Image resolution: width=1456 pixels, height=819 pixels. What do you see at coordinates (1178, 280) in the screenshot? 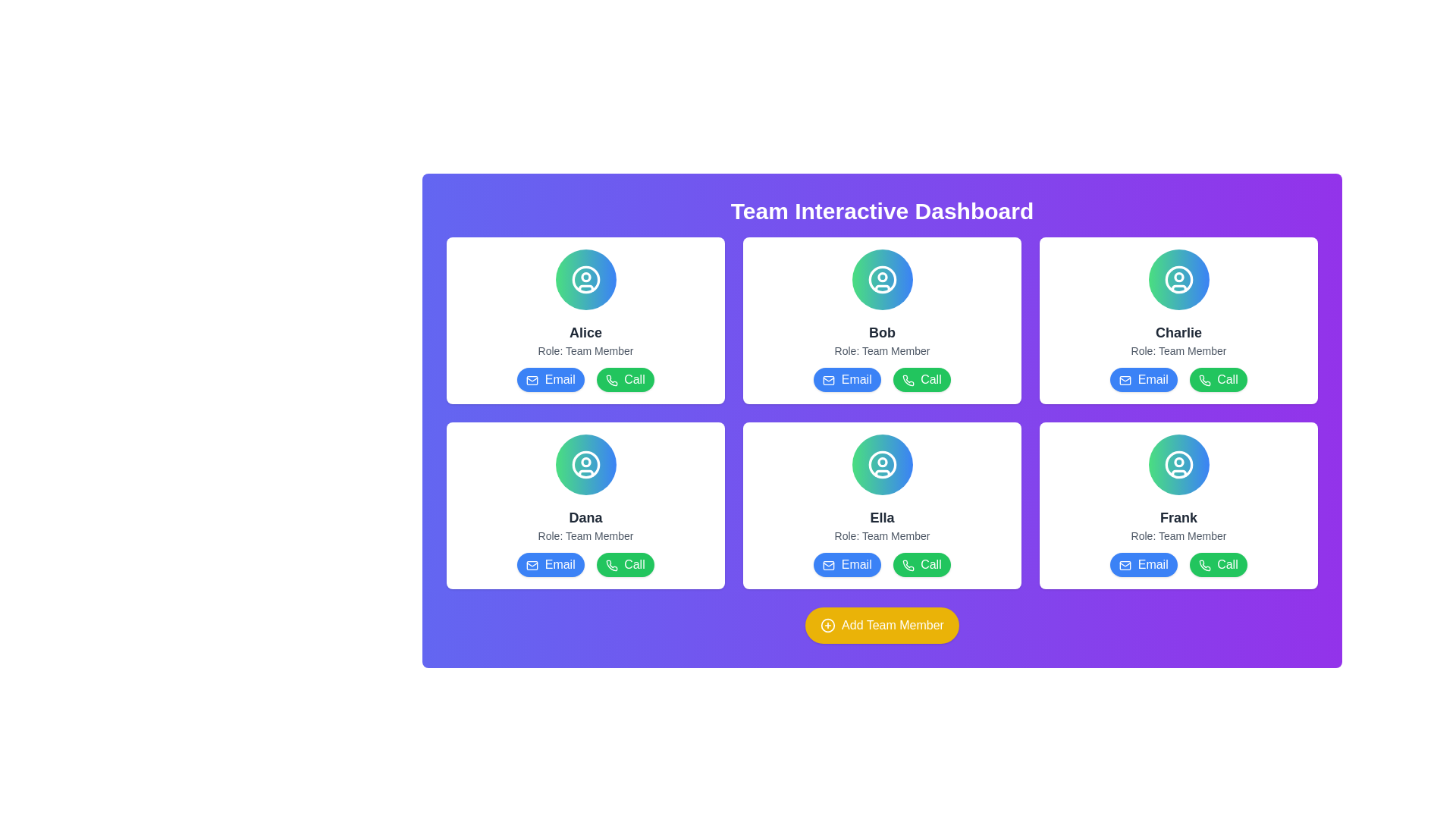
I see `the circular user profile icon with a white outline, located in the top right card of the dashboard, which is centered above the text 'Charlie: Role: Team Member'` at bounding box center [1178, 280].